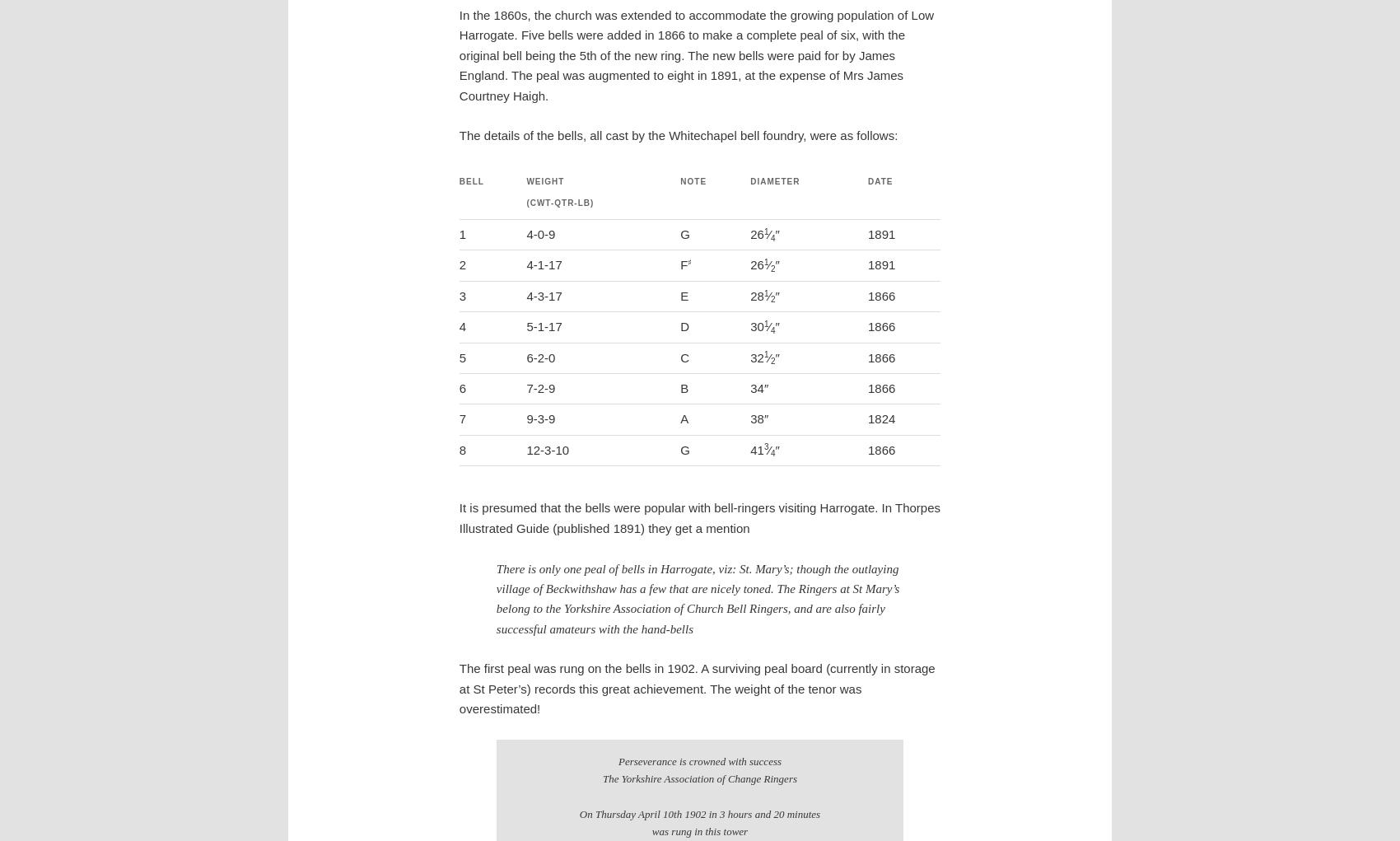  What do you see at coordinates (544, 264) in the screenshot?
I see `'4-1-17'` at bounding box center [544, 264].